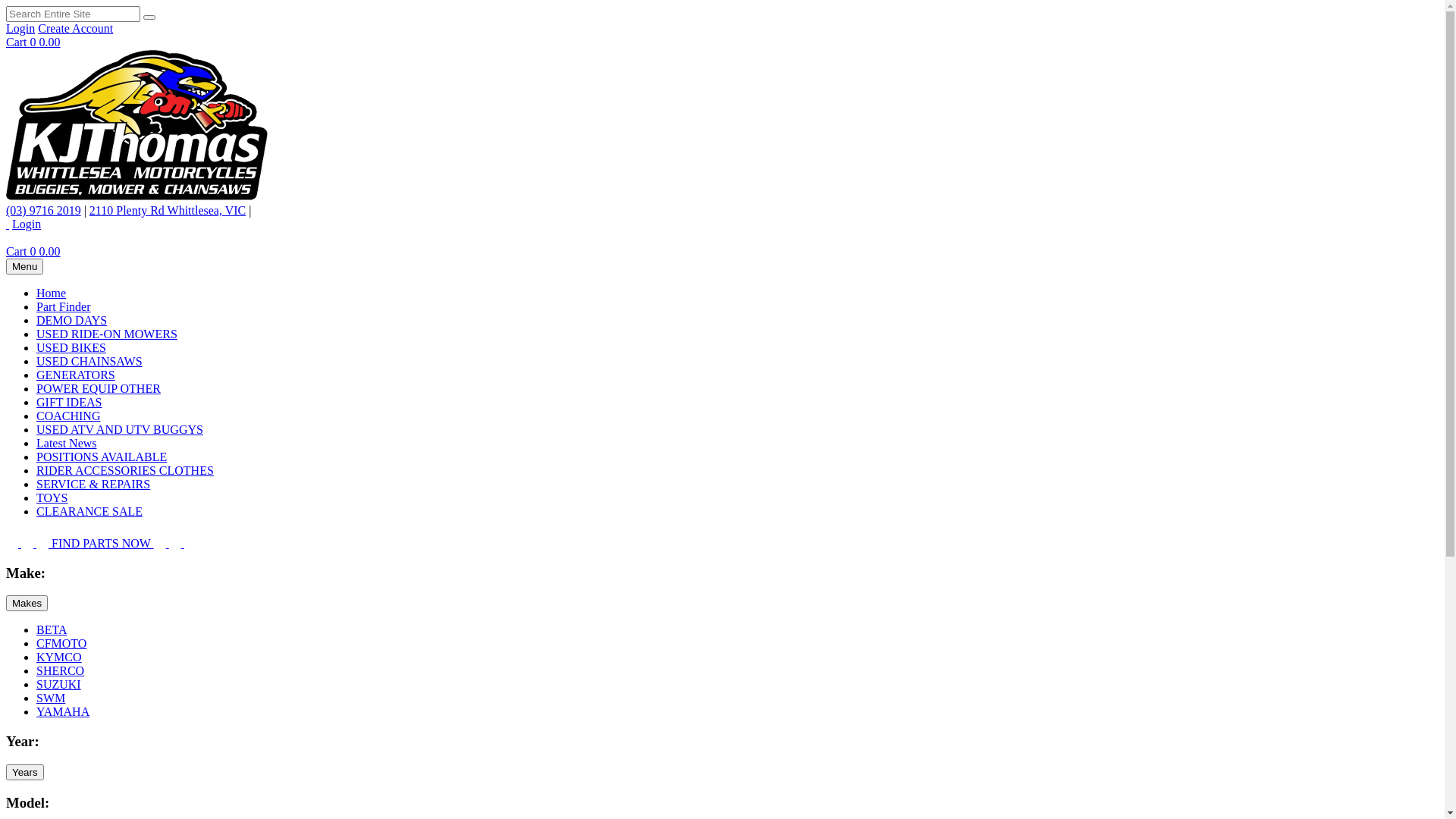 The height and width of the screenshot is (819, 1456). Describe the element at coordinates (101, 456) in the screenshot. I see `'POSITIONS AVAILABLE'` at that location.